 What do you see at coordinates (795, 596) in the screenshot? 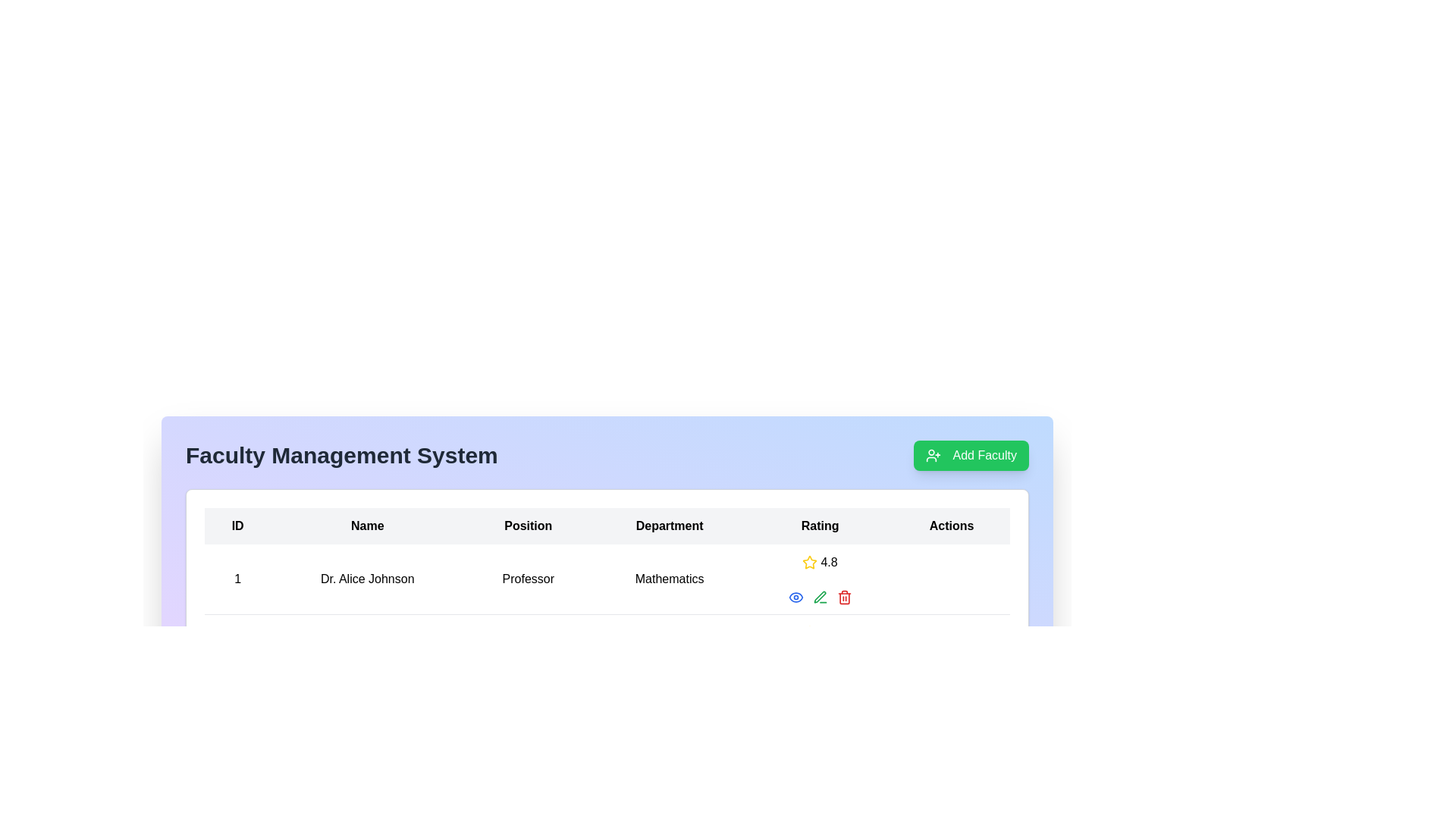
I see `the button icon in the Actions column for the professor Dr. Alice Johnson to change its color` at bounding box center [795, 596].